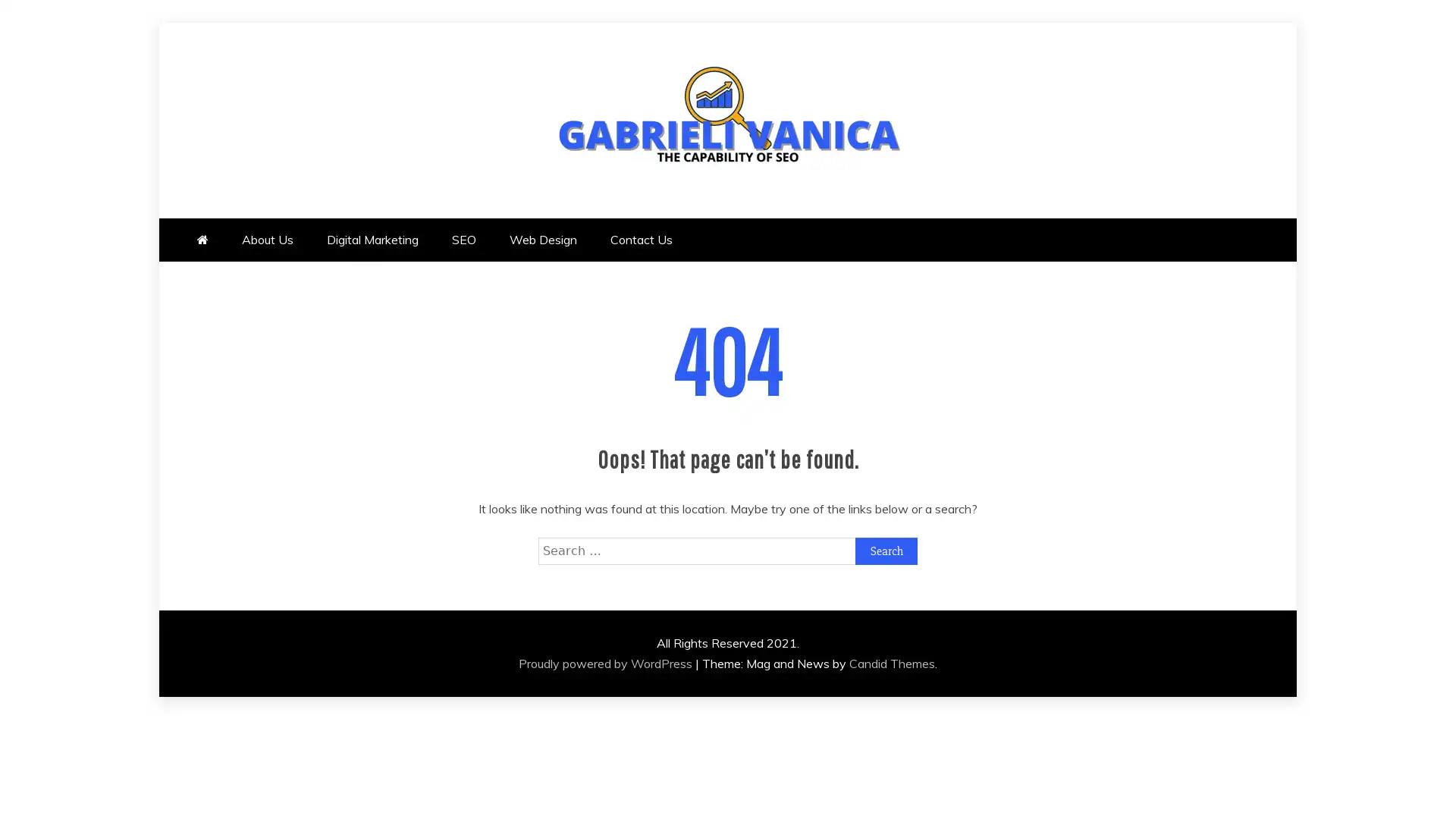 Image resolution: width=1456 pixels, height=819 pixels. Describe the element at coordinates (886, 550) in the screenshot. I see `Search` at that location.